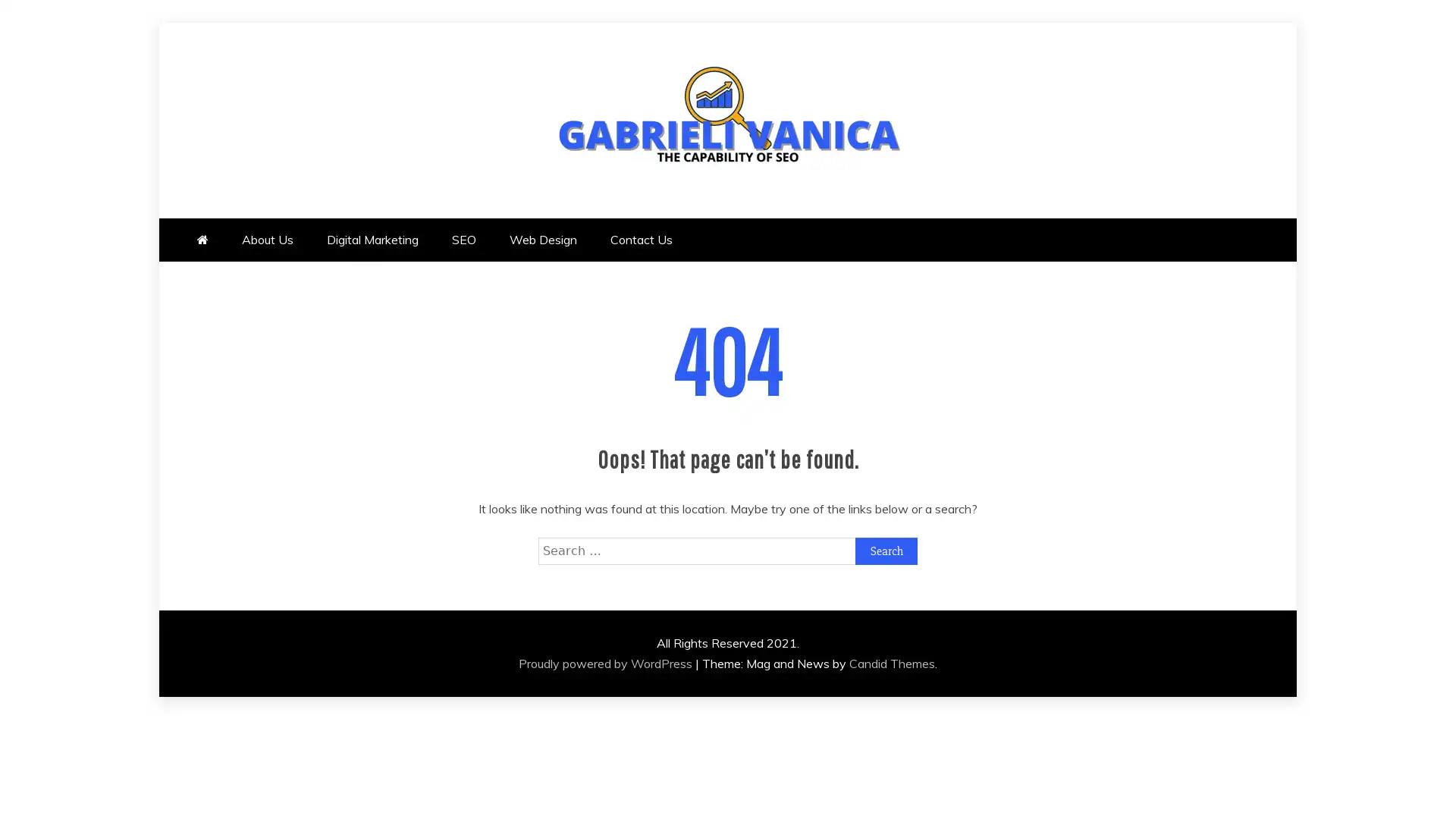 Image resolution: width=1456 pixels, height=819 pixels. Describe the element at coordinates (886, 550) in the screenshot. I see `Search` at that location.